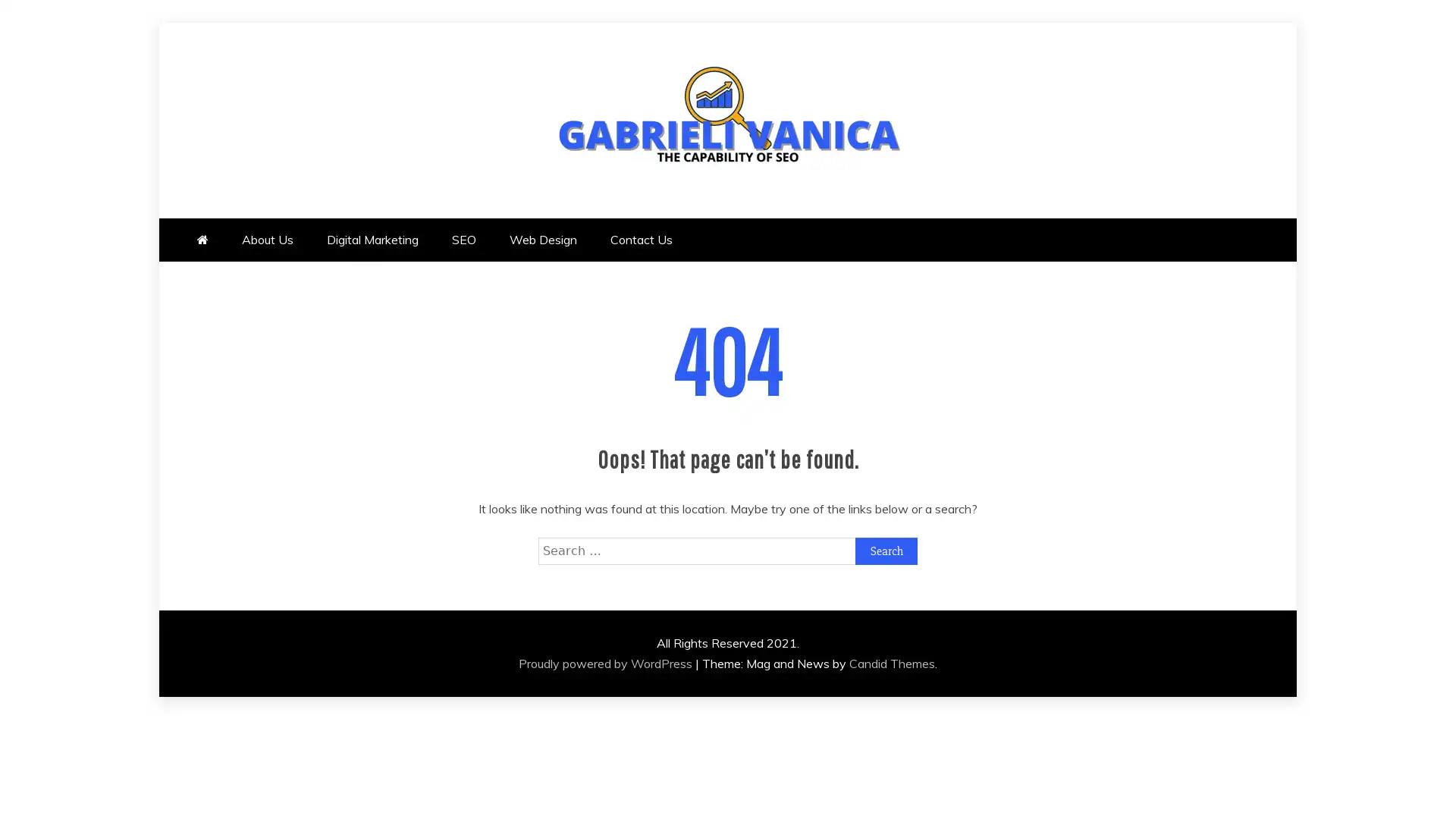 Image resolution: width=1456 pixels, height=819 pixels. Describe the element at coordinates (886, 550) in the screenshot. I see `Search` at that location.